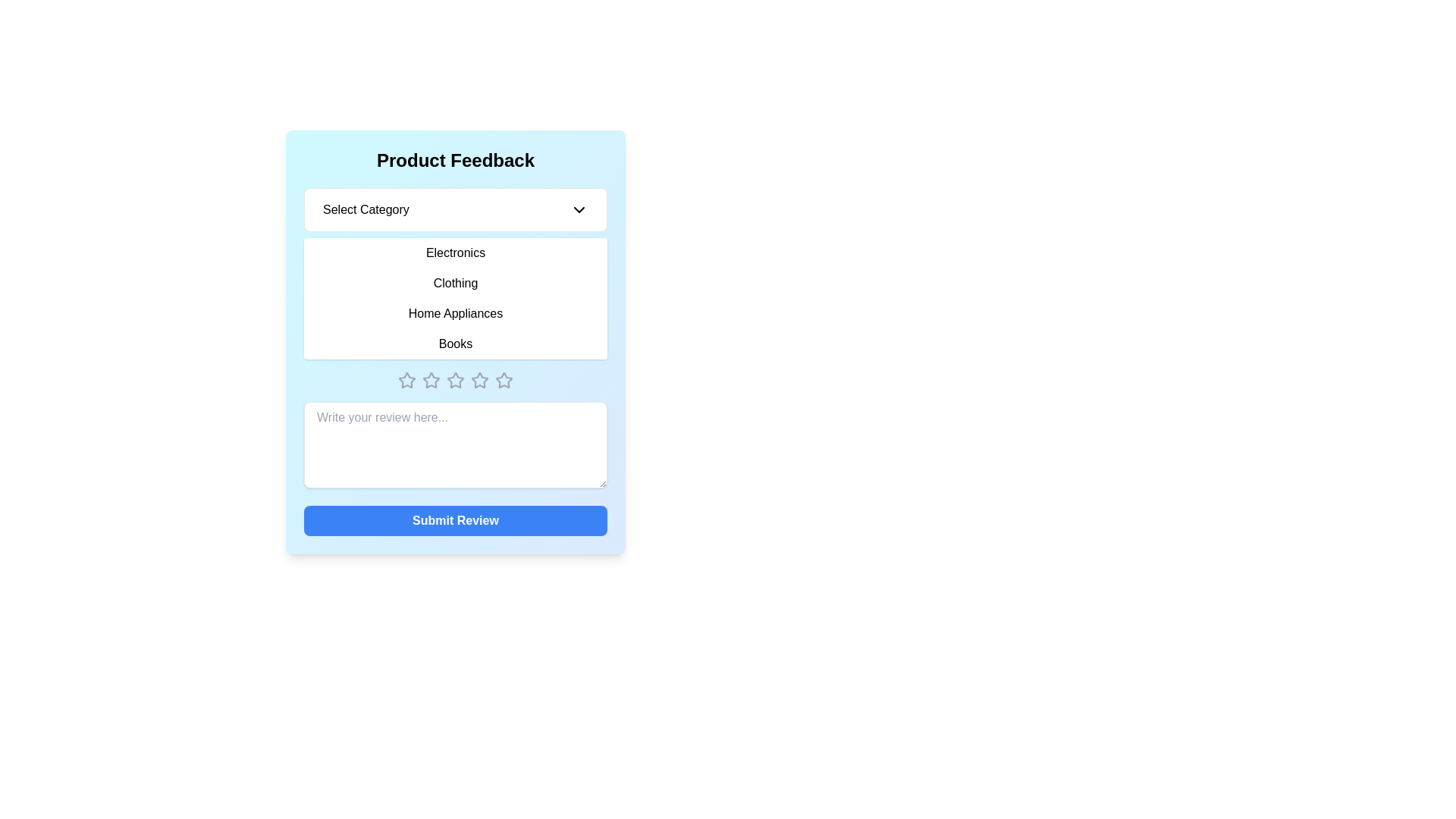  I want to click on the fifth star-shaped rating icon, which is outlined in gray and styled as a hollow figure, so click(504, 379).